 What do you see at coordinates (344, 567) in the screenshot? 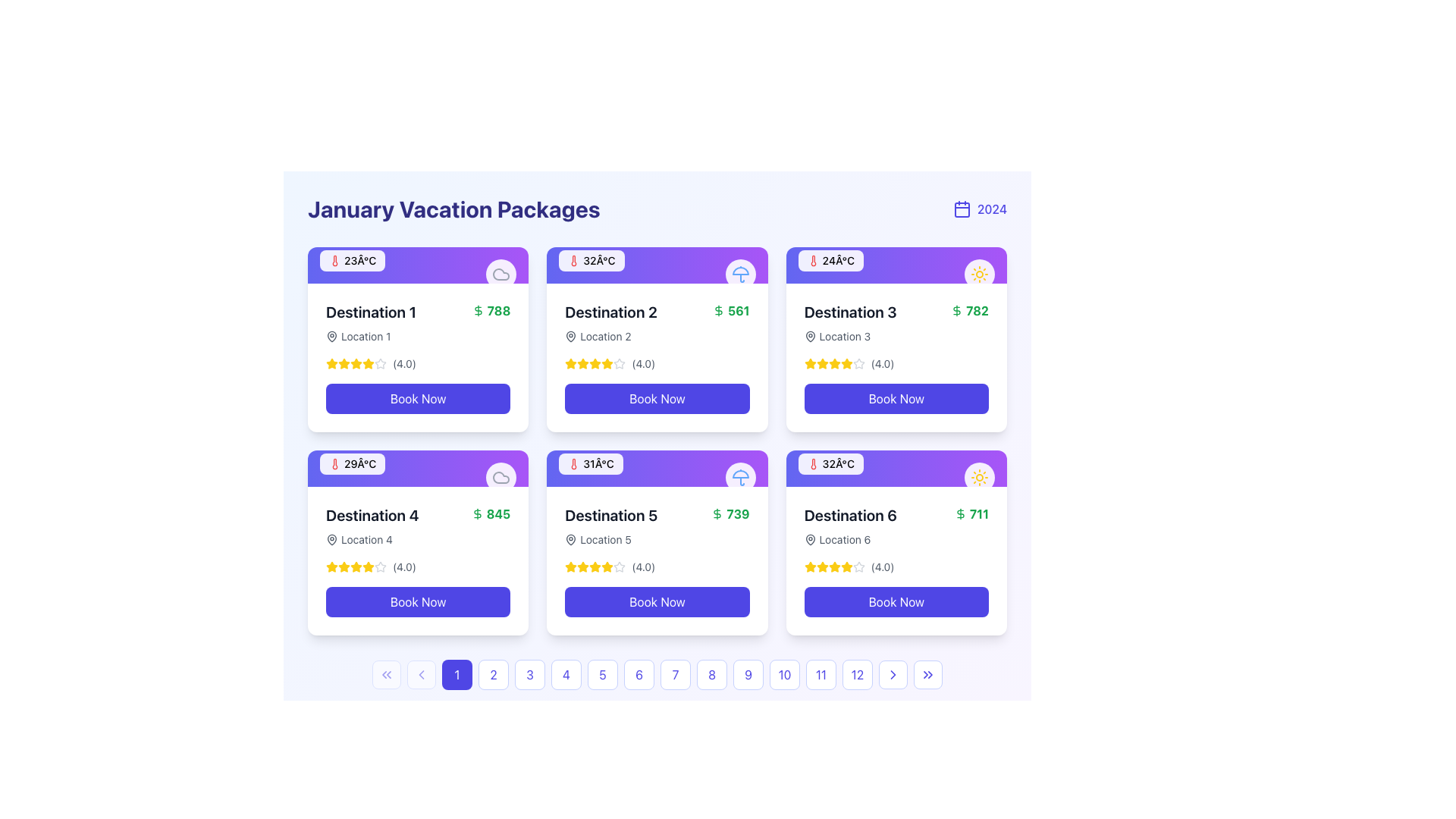
I see `the second star icon in the rating system located below the 'Destination 4' card to interact with the rating system` at bounding box center [344, 567].